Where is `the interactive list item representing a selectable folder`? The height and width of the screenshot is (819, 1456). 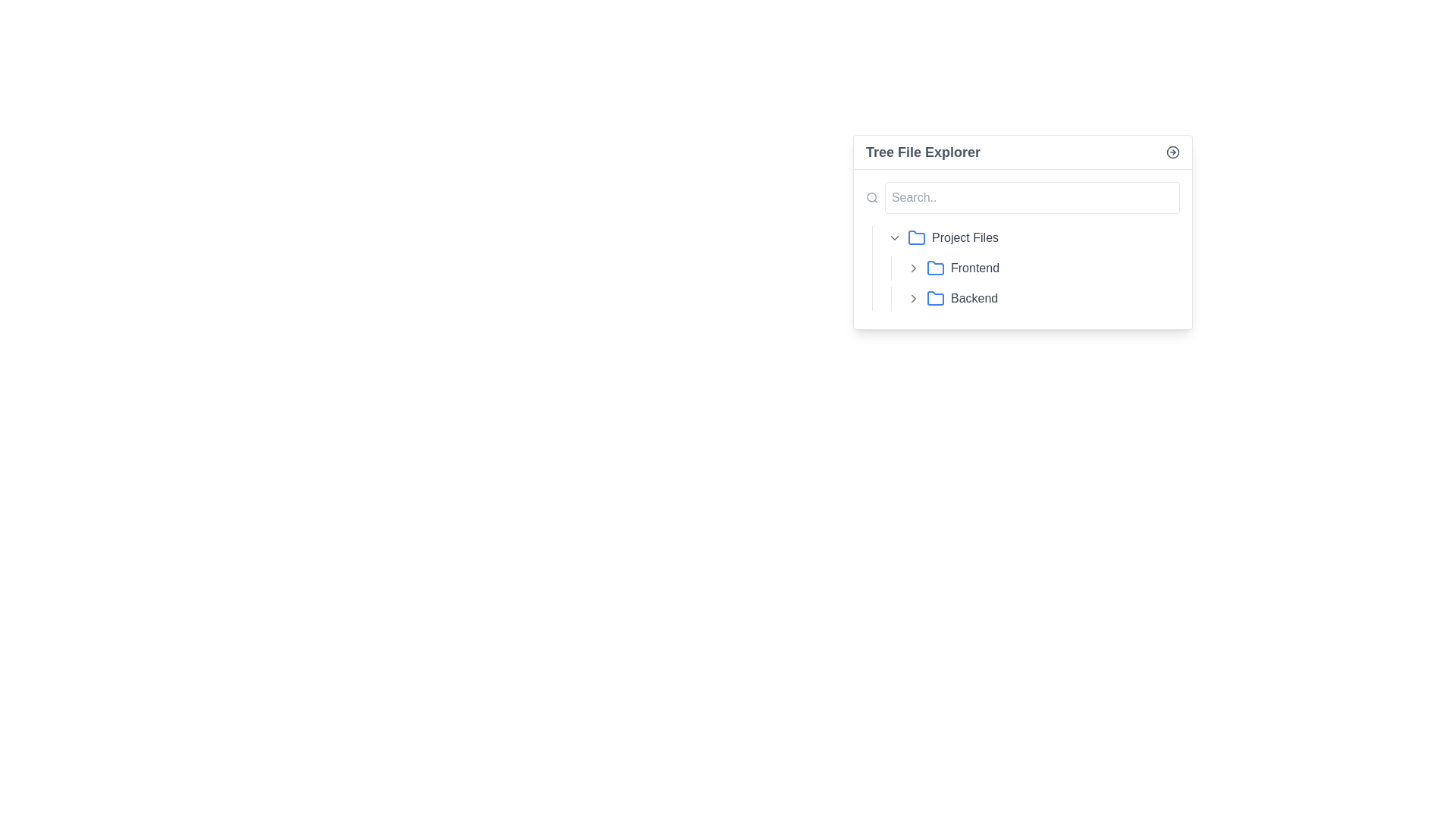
the interactive list item representing a selectable folder is located at coordinates (1062, 268).